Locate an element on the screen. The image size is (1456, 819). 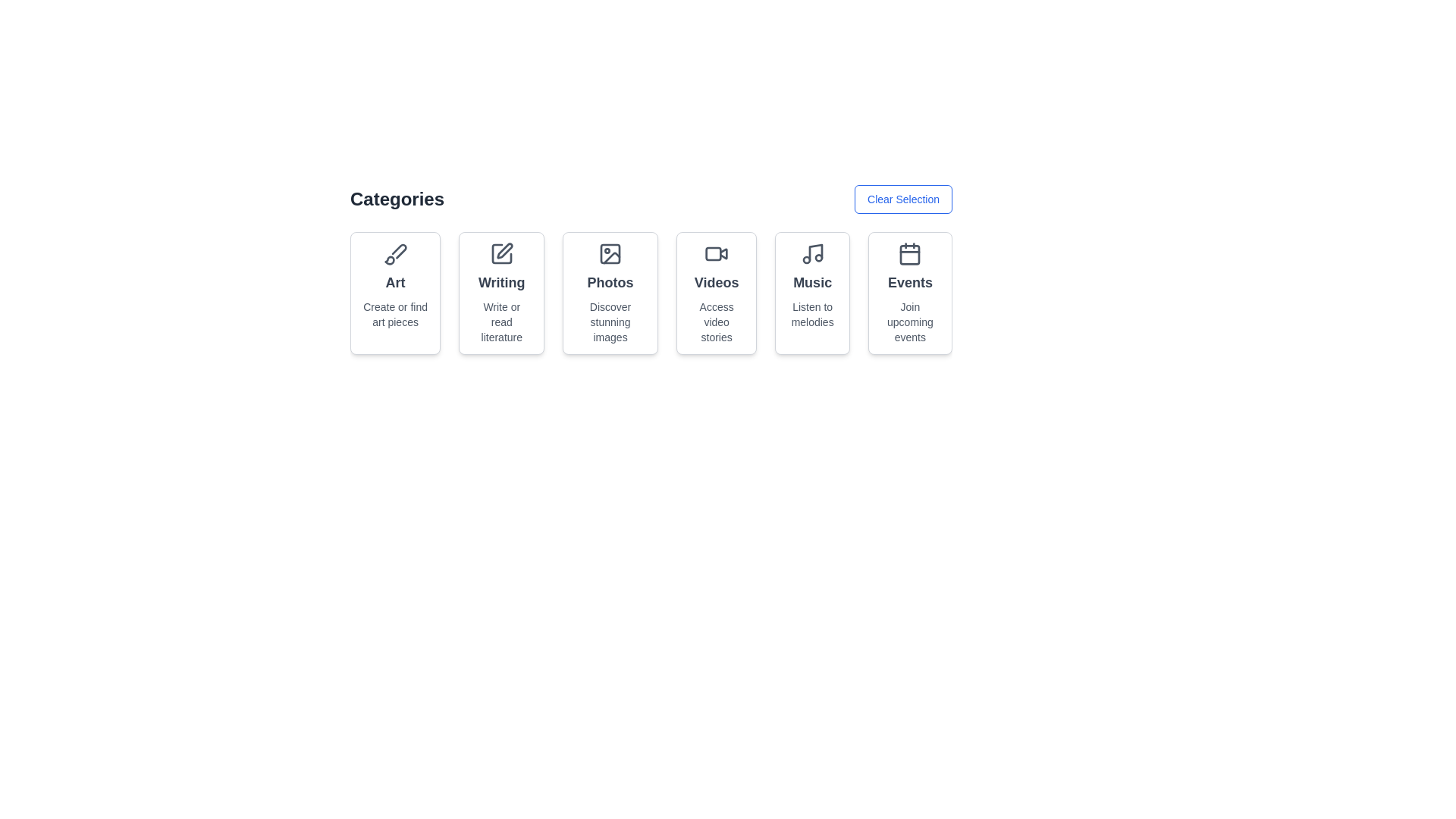
the 'Writing' card is located at coordinates (501, 253).